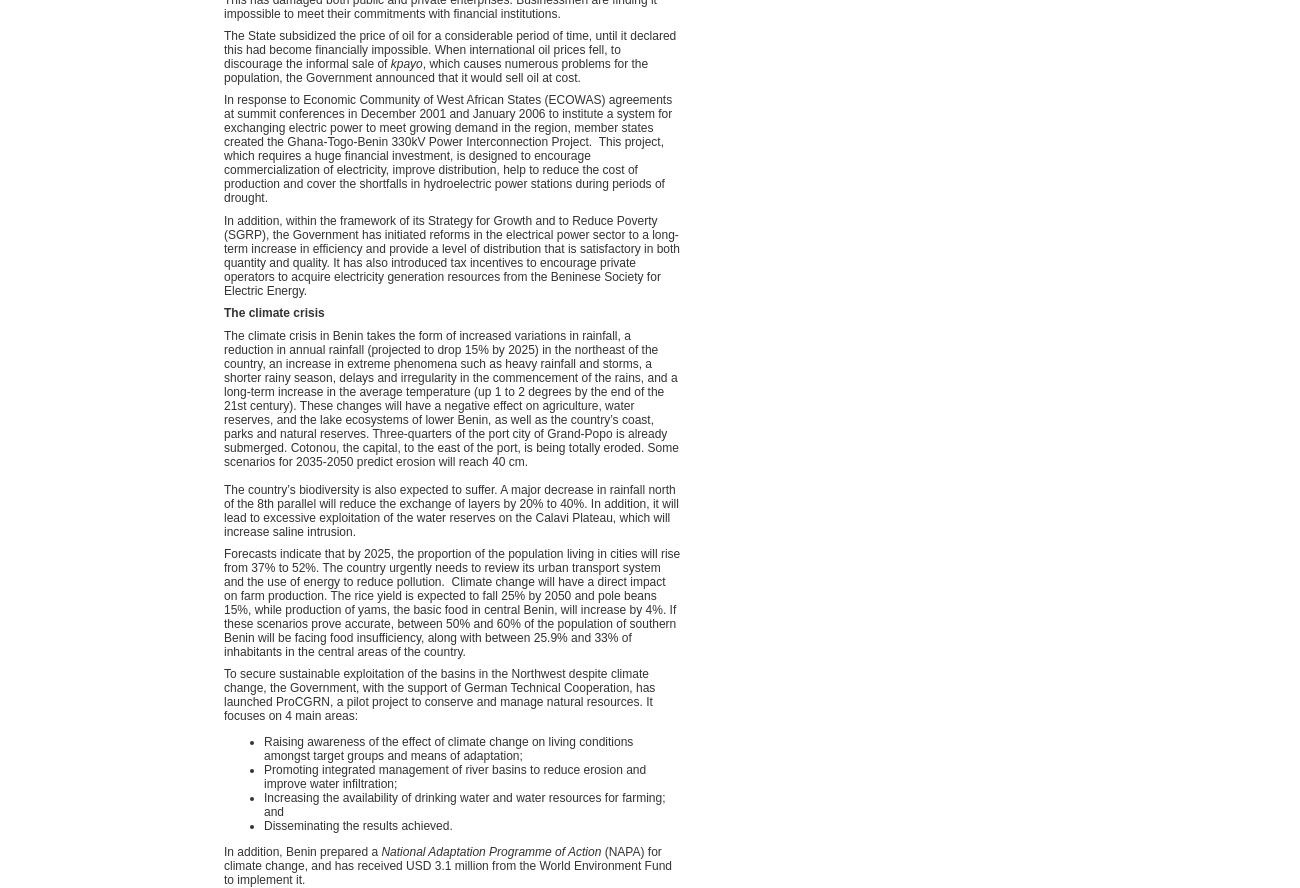  What do you see at coordinates (936, 590) in the screenshot?
I see `'United Kingdom'` at bounding box center [936, 590].